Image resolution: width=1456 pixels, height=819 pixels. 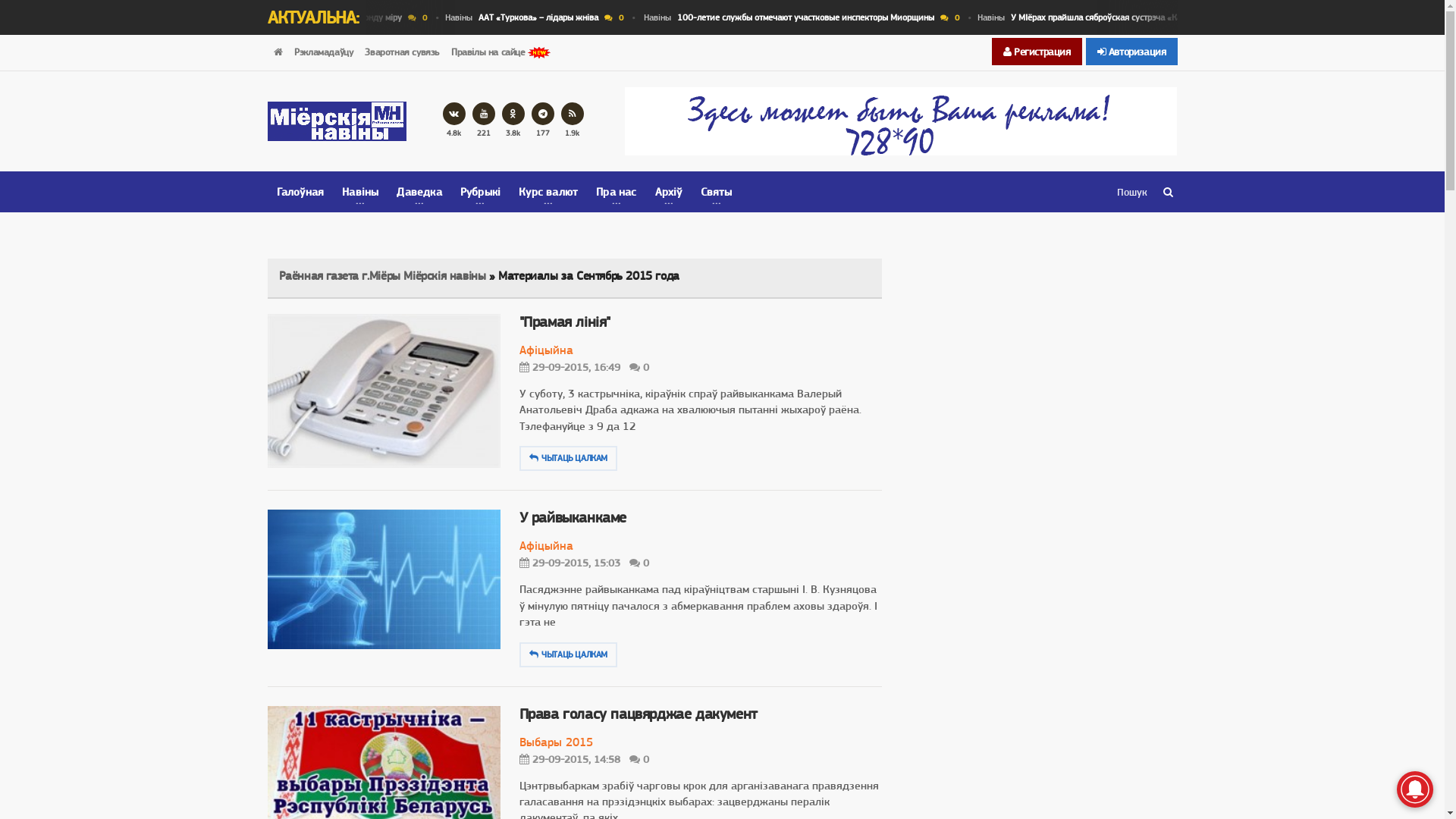 What do you see at coordinates (629, 366) in the screenshot?
I see `'0'` at bounding box center [629, 366].